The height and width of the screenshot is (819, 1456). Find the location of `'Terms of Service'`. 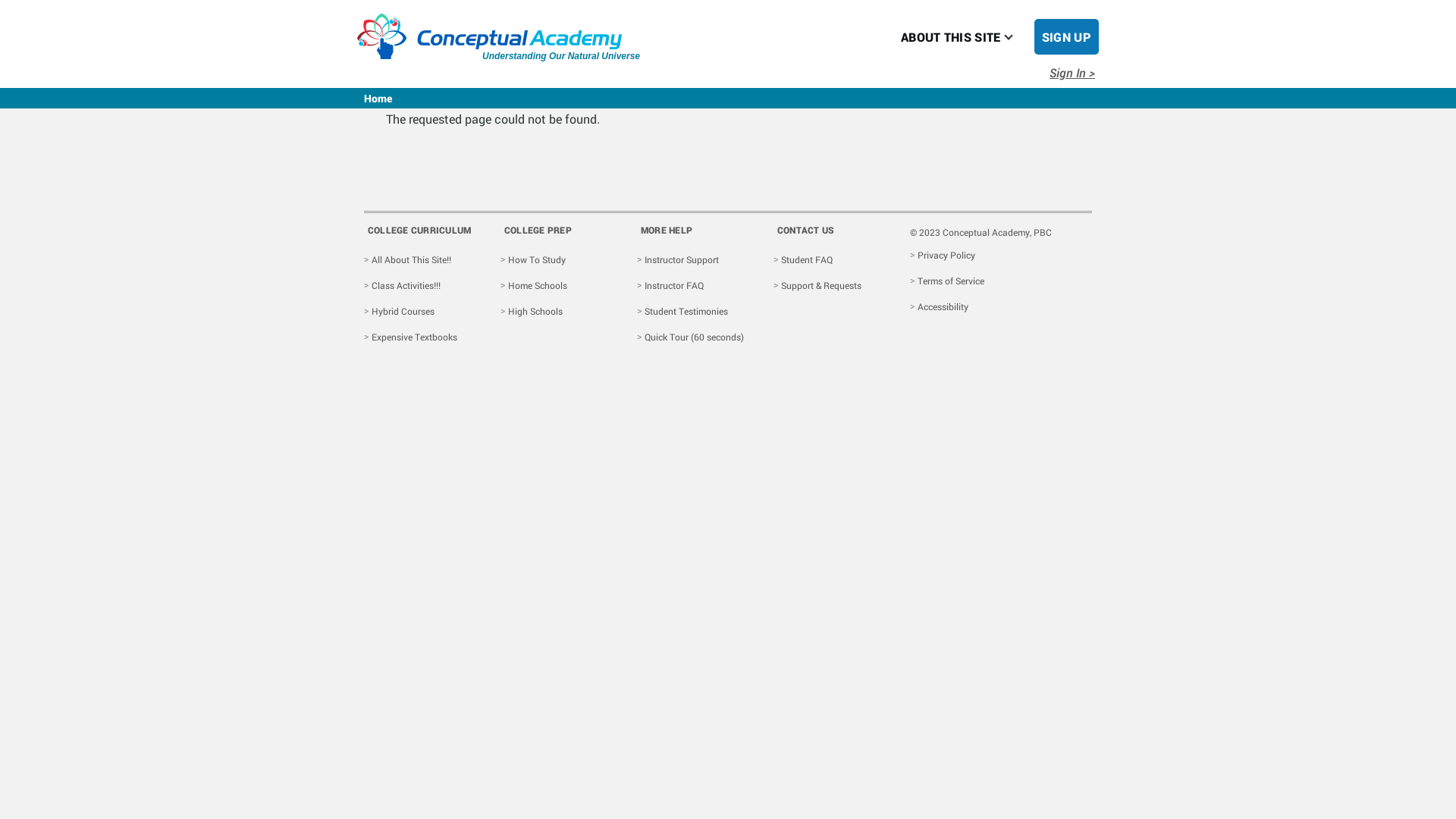

'Terms of Service' is located at coordinates (949, 281).